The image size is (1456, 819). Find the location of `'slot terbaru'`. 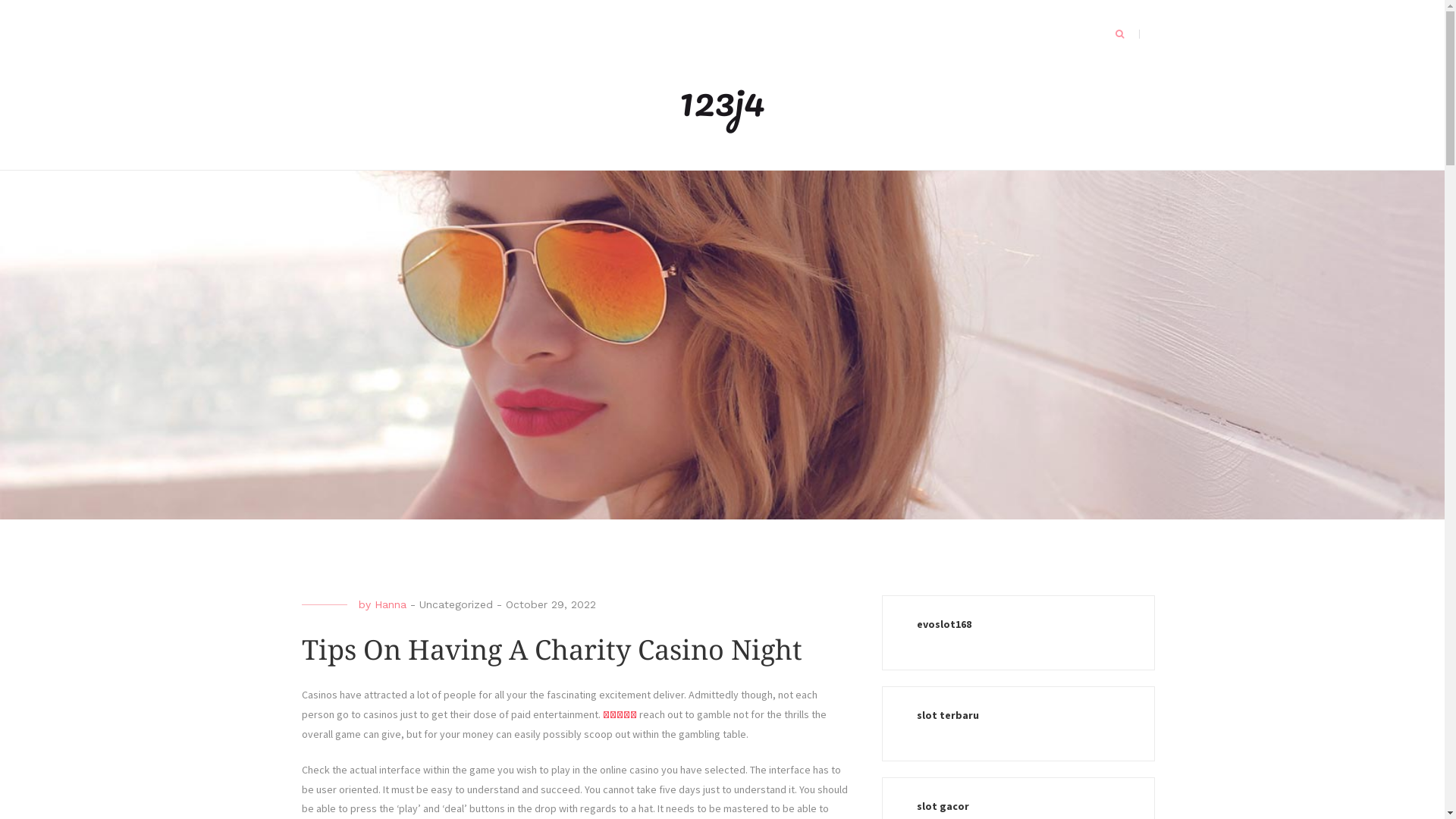

'slot terbaru' is located at coordinates (915, 714).